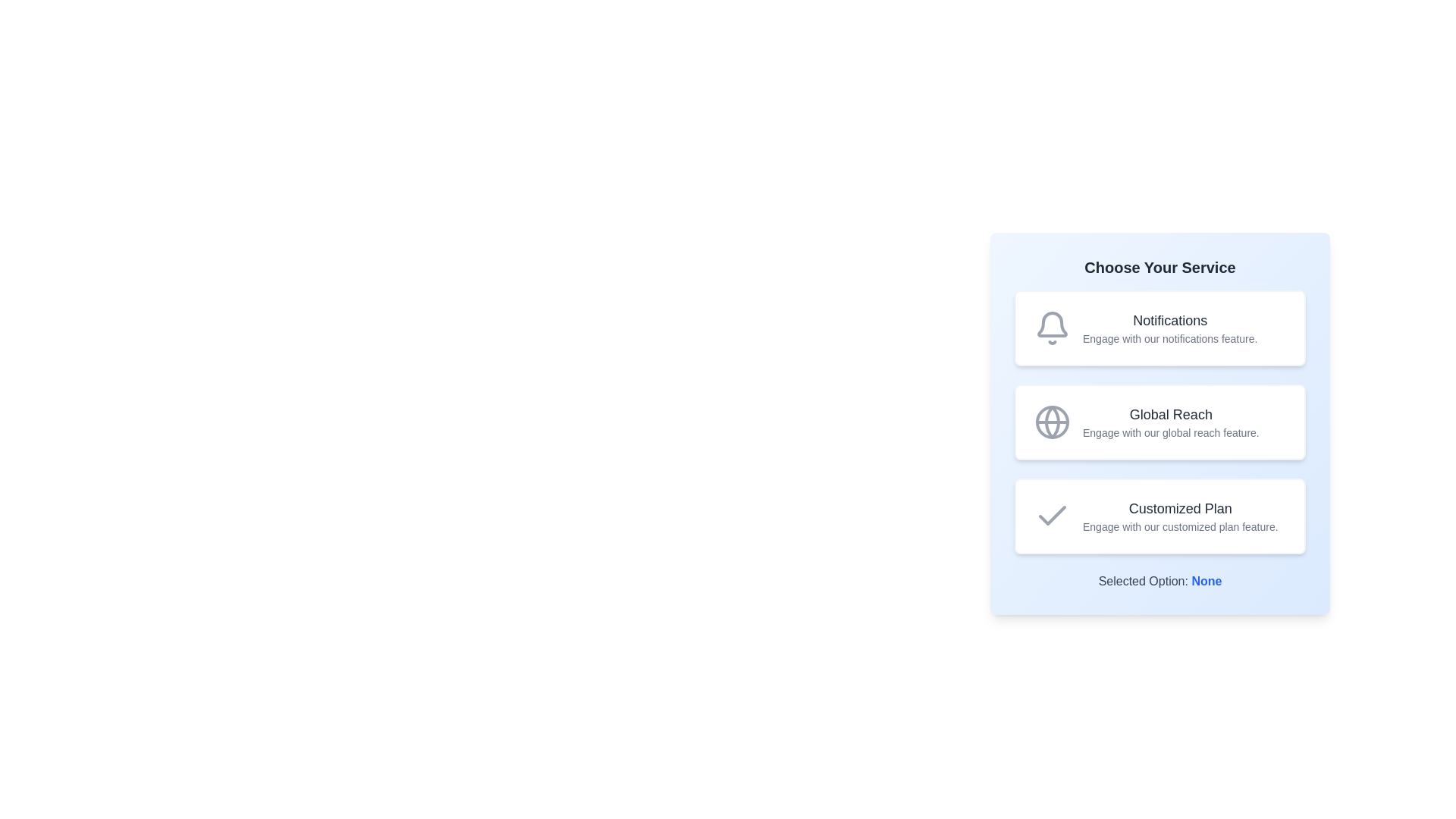 The width and height of the screenshot is (1456, 819). Describe the element at coordinates (1206, 580) in the screenshot. I see `the Text Label displaying the currently selected option, which shows 'None' when no option is selected, located immediately to the right of 'Selected Option:' in the lower section of the panel` at that location.